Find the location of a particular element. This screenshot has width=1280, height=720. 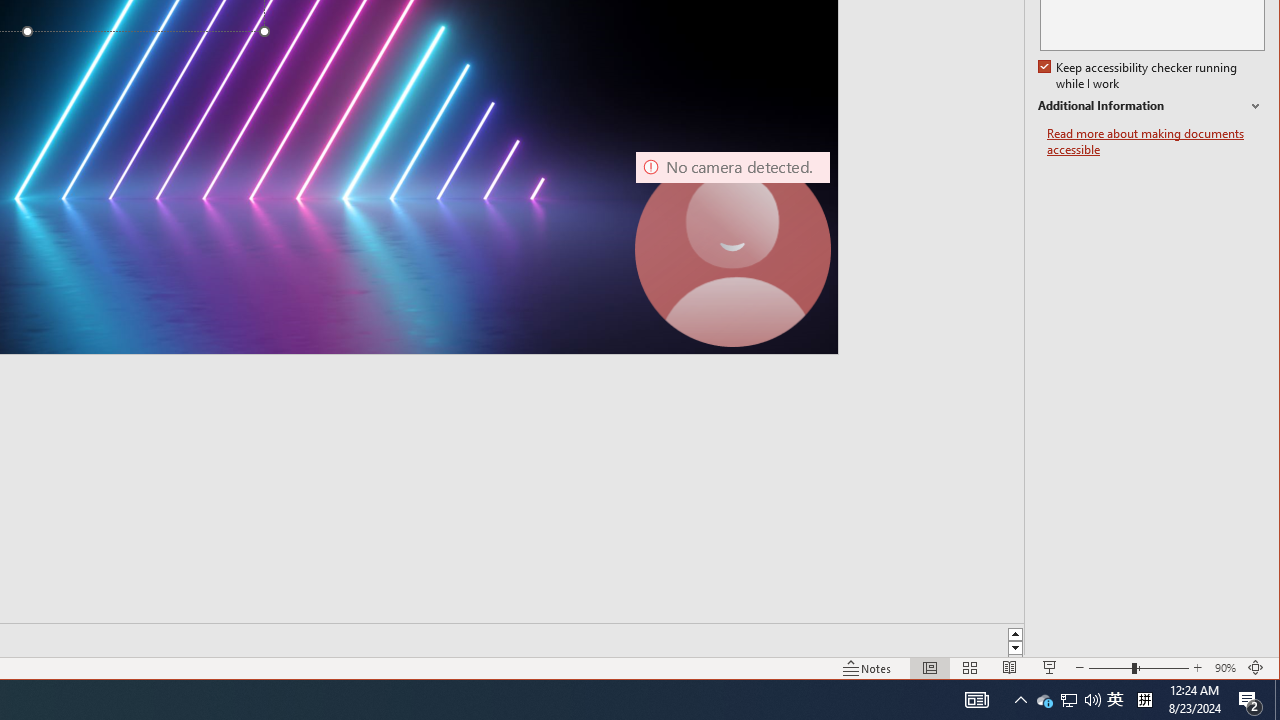

'Line up' is located at coordinates (1015, 633).